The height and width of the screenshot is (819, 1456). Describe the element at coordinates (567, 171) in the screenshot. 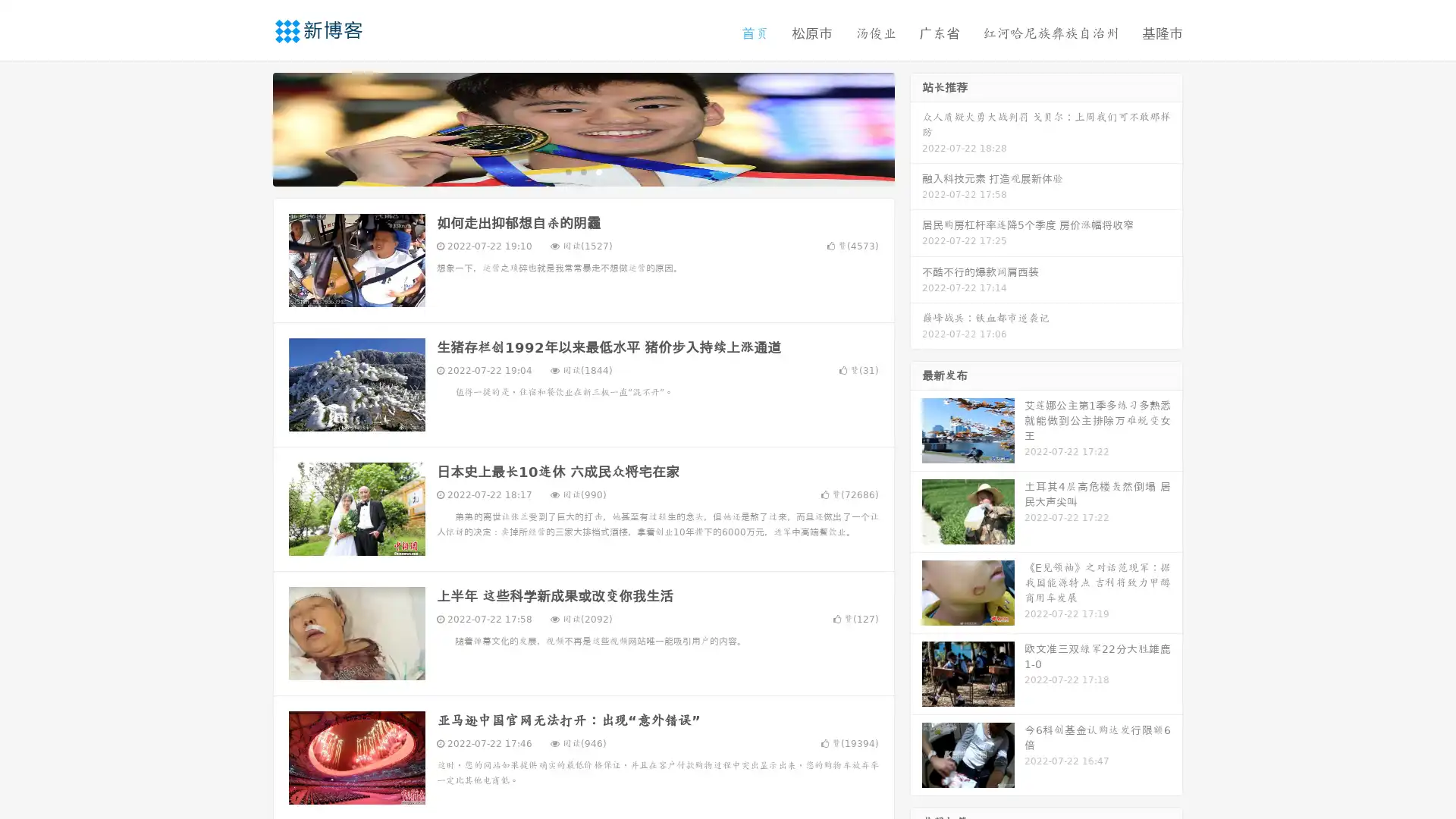

I see `Go to slide 1` at that location.